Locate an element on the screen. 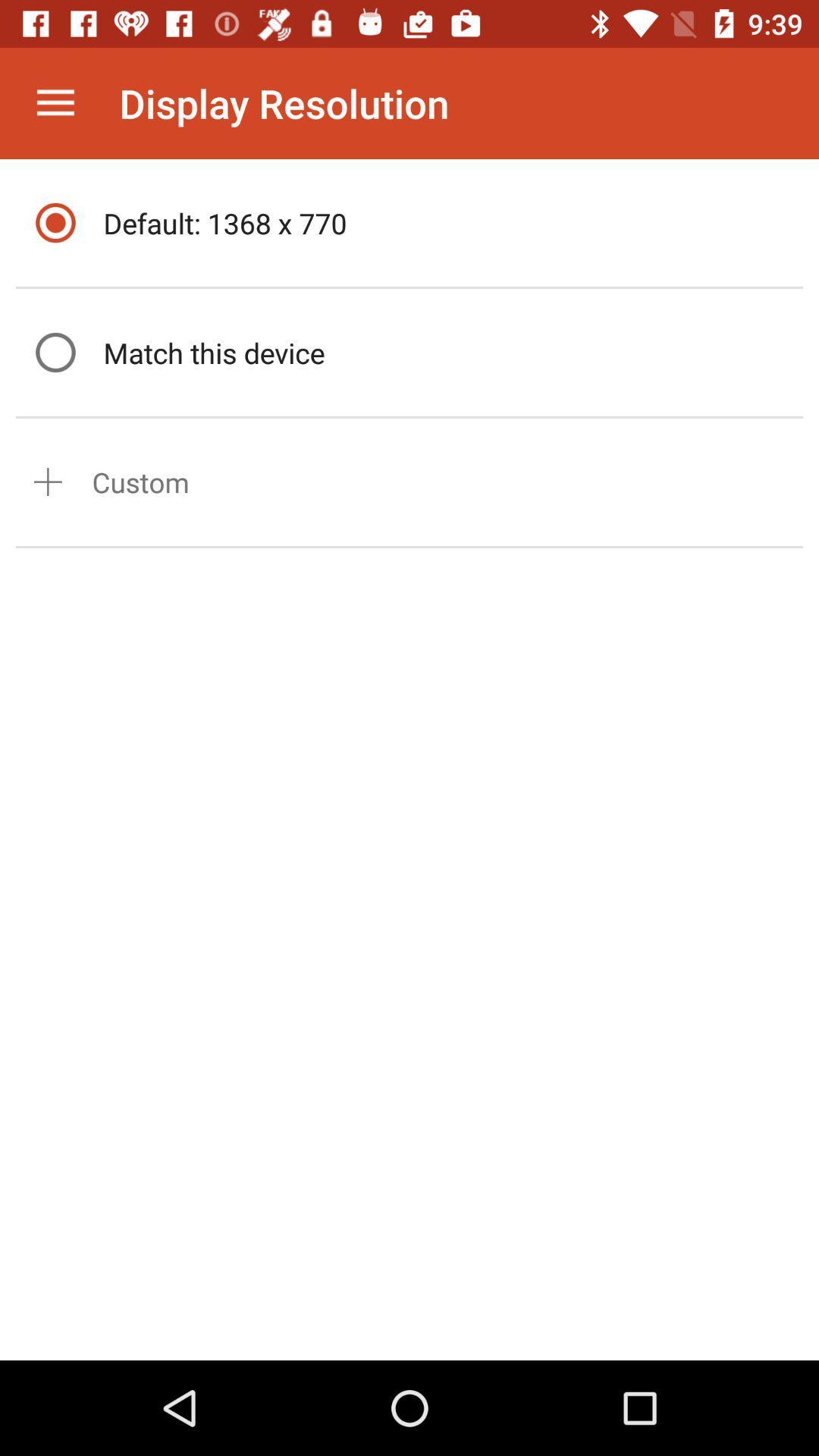  the item to the left of the display resolution is located at coordinates (55, 102).